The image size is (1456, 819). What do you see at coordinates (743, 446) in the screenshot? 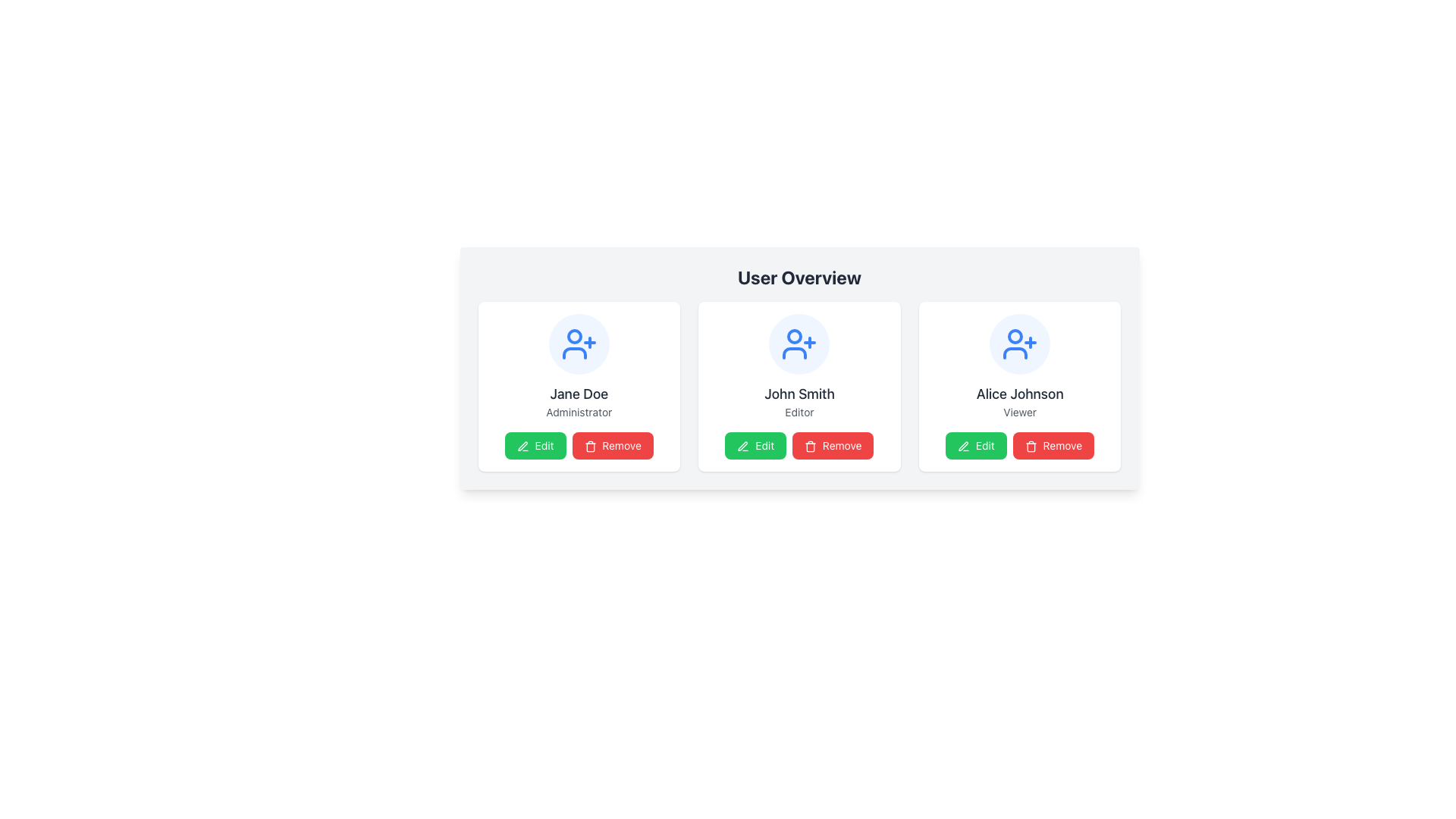
I see `the small green and white pen icon within the 'Edit' button located beneath the 'John Smith' card in the 'User Overview' panel` at bounding box center [743, 446].